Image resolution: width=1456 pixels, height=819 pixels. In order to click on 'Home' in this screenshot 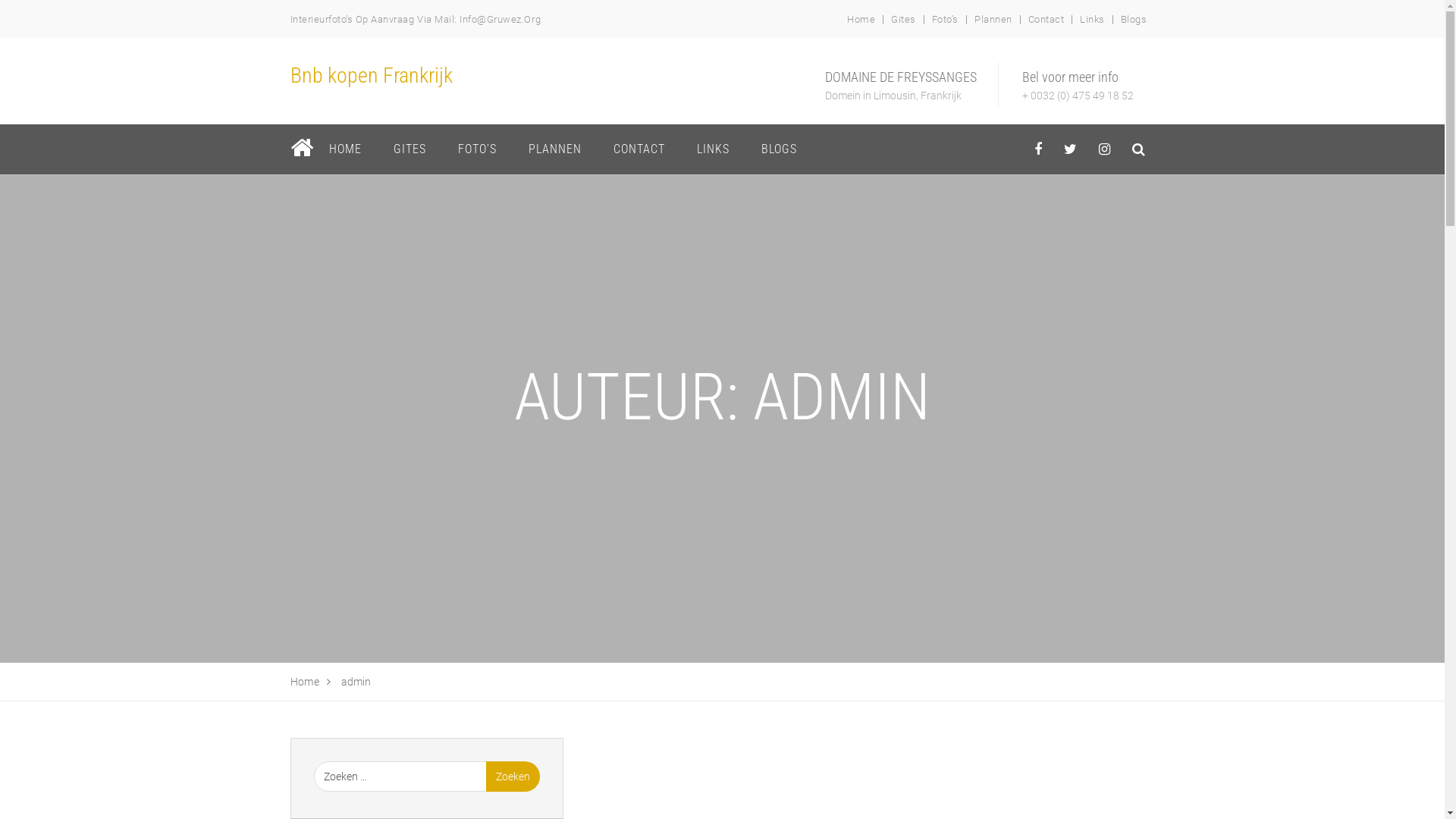, I will do `click(303, 680)`.